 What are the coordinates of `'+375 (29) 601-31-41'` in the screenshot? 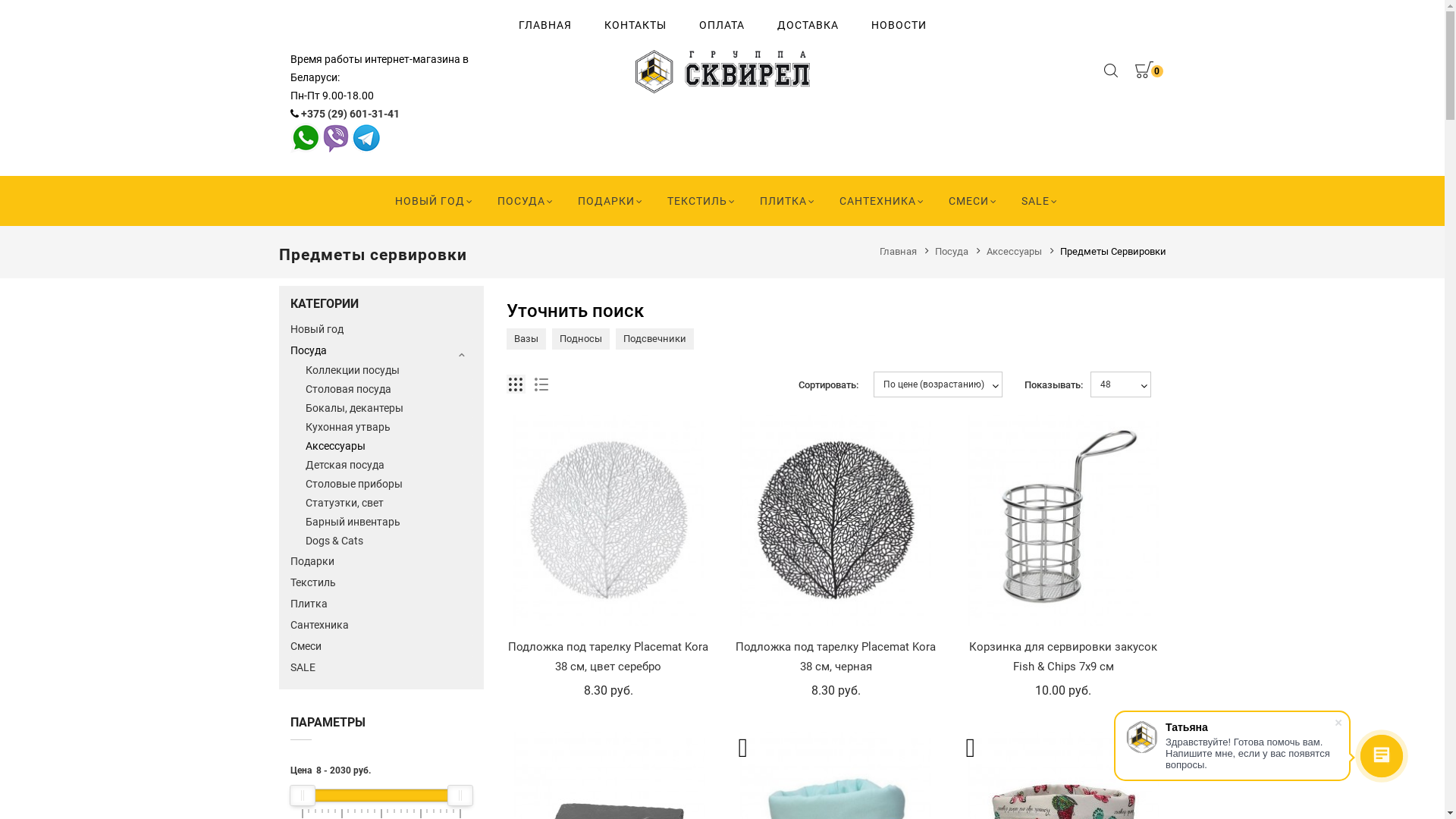 It's located at (300, 113).